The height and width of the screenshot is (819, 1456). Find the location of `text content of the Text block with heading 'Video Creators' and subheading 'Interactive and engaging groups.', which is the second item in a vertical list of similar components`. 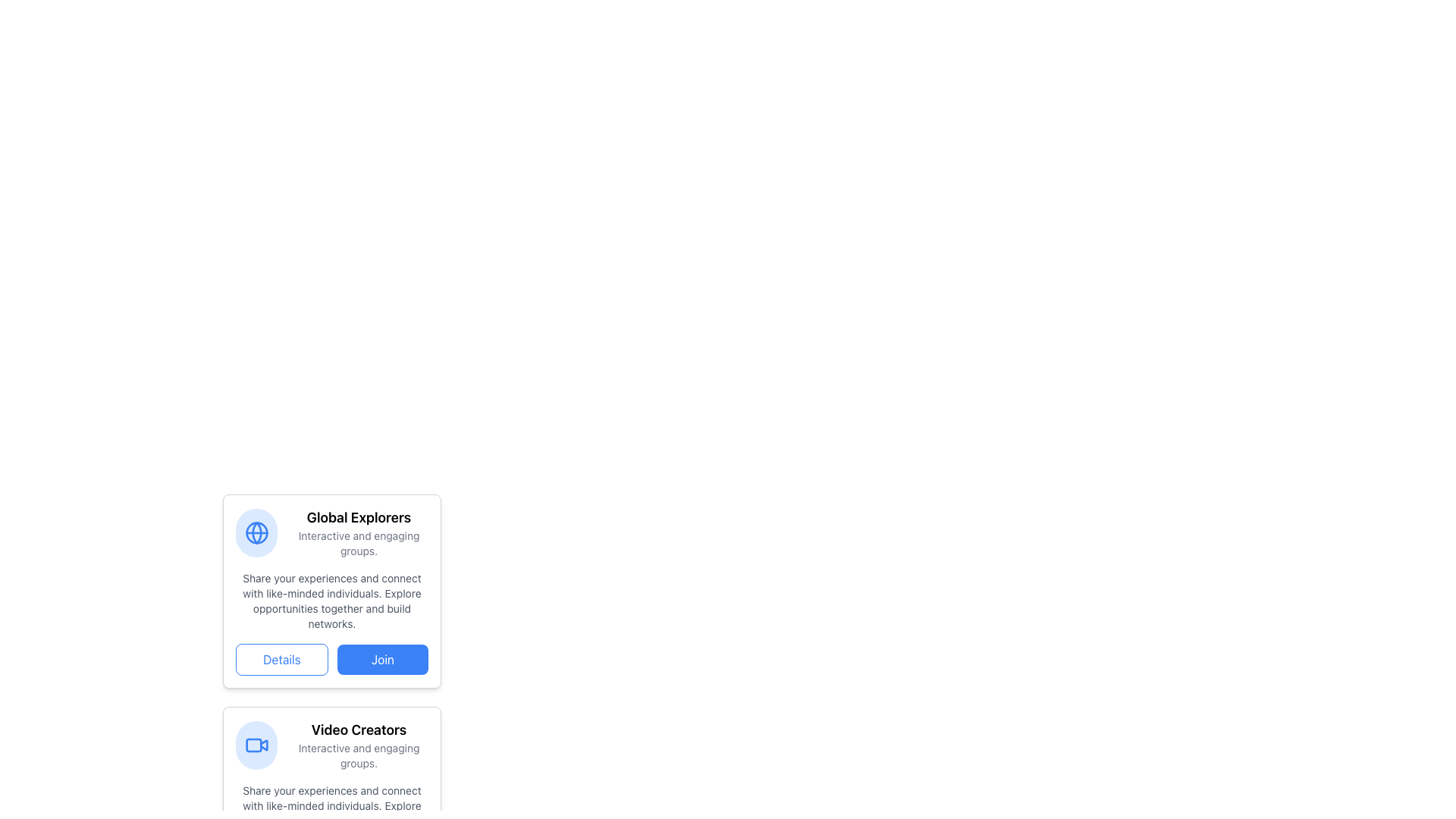

text content of the Text block with heading 'Video Creators' and subheading 'Interactive and engaging groups.', which is the second item in a vertical list of similar components is located at coordinates (358, 745).